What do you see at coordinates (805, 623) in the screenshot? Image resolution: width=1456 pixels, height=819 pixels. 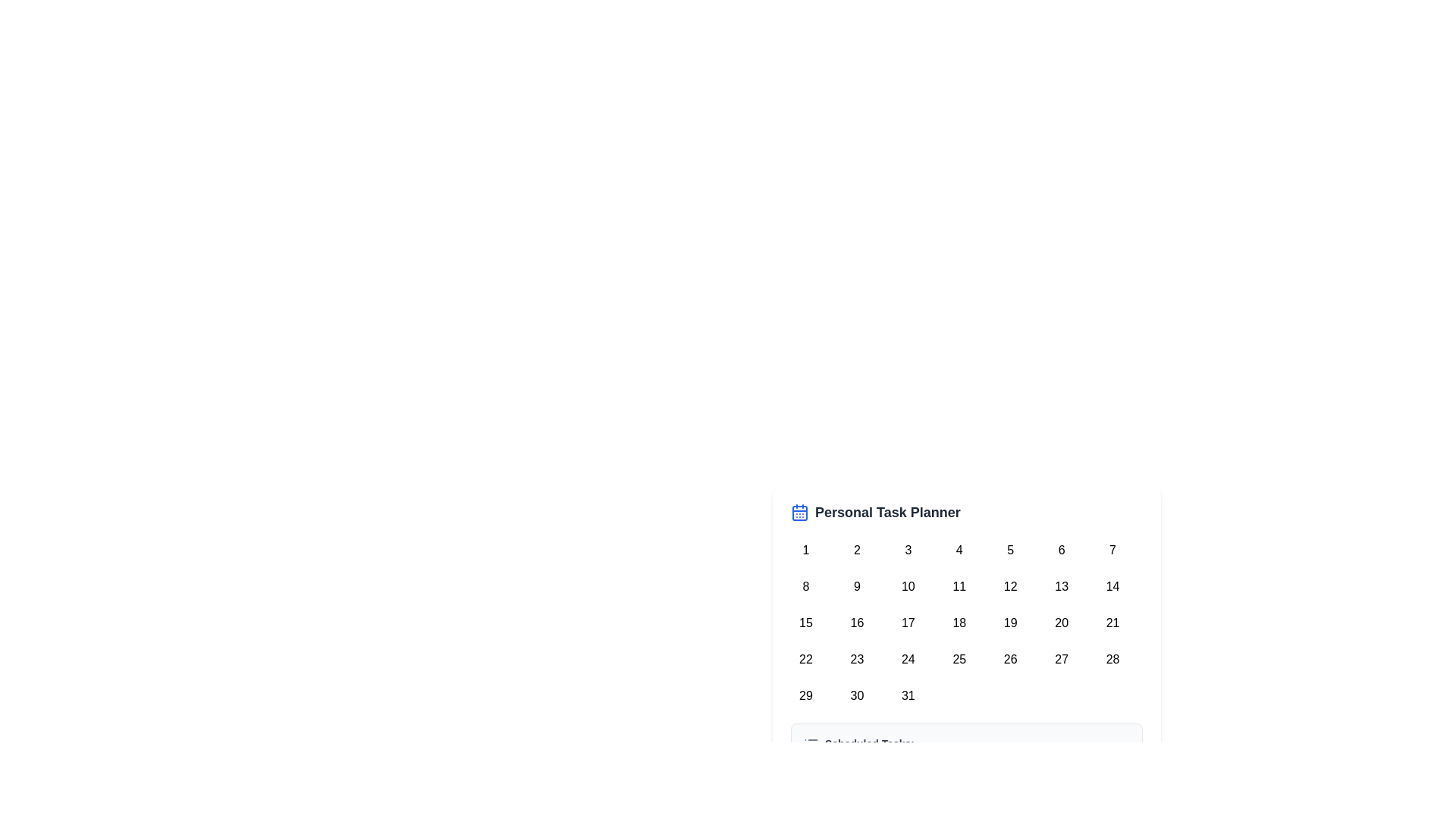 I see `the circular button displaying the number '15' located` at bounding box center [805, 623].